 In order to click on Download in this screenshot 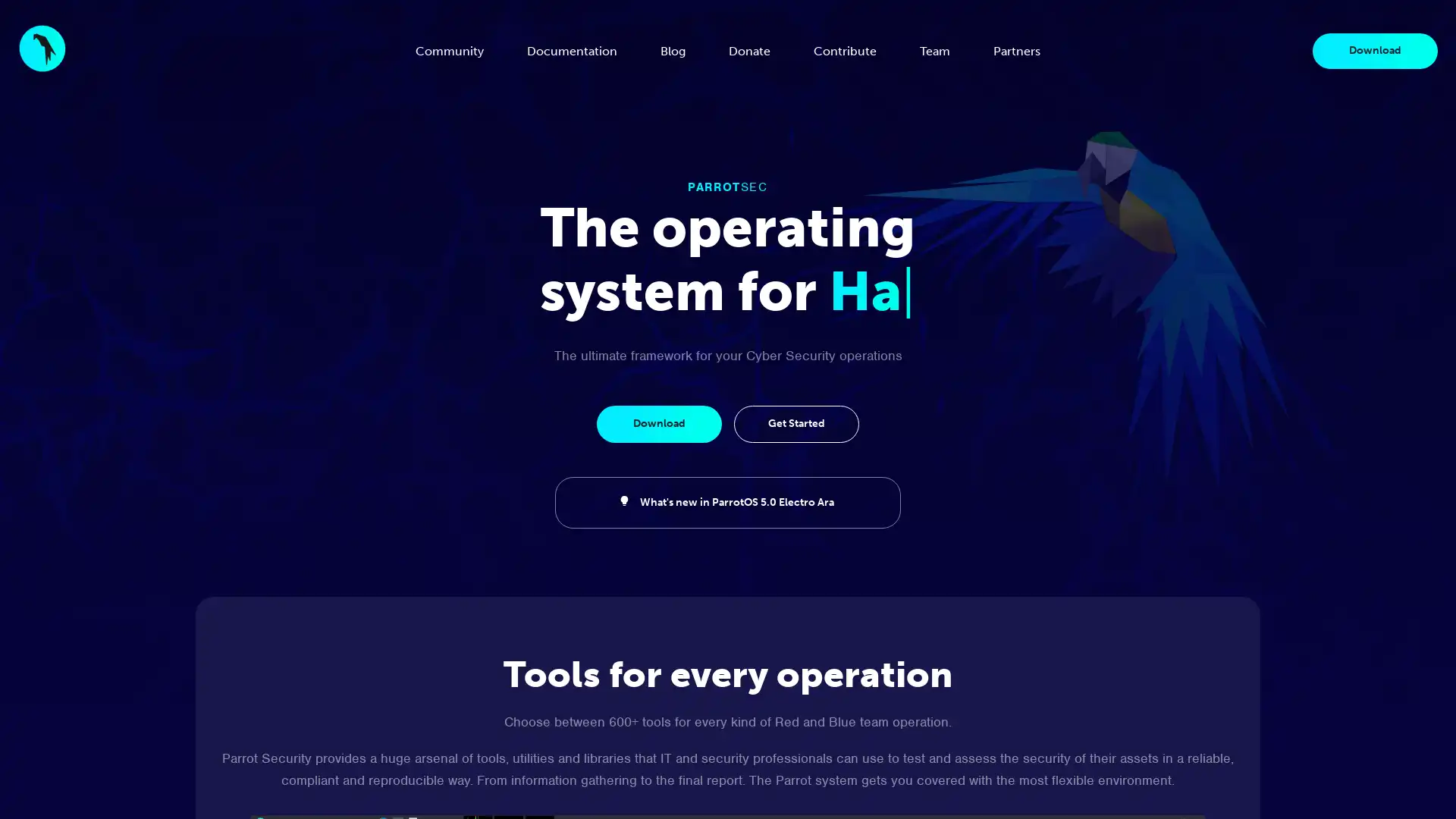, I will do `click(1375, 49)`.